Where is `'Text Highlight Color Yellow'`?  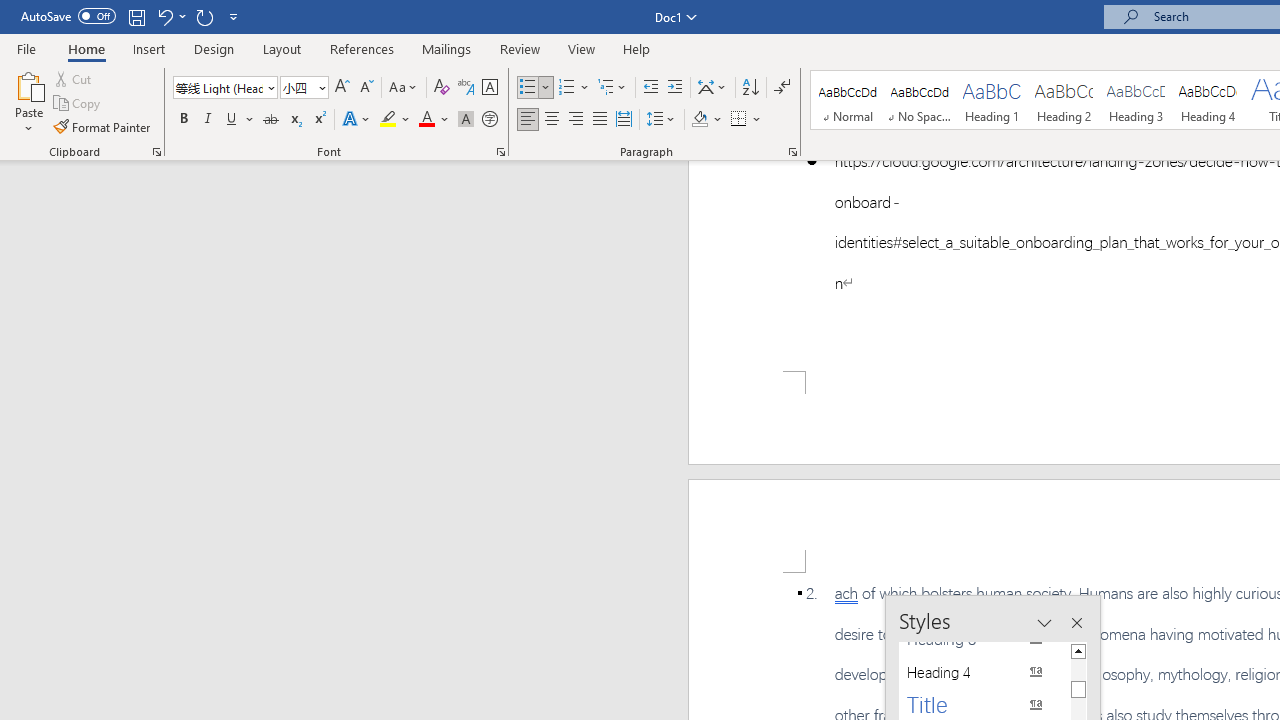
'Text Highlight Color Yellow' is located at coordinates (388, 119).